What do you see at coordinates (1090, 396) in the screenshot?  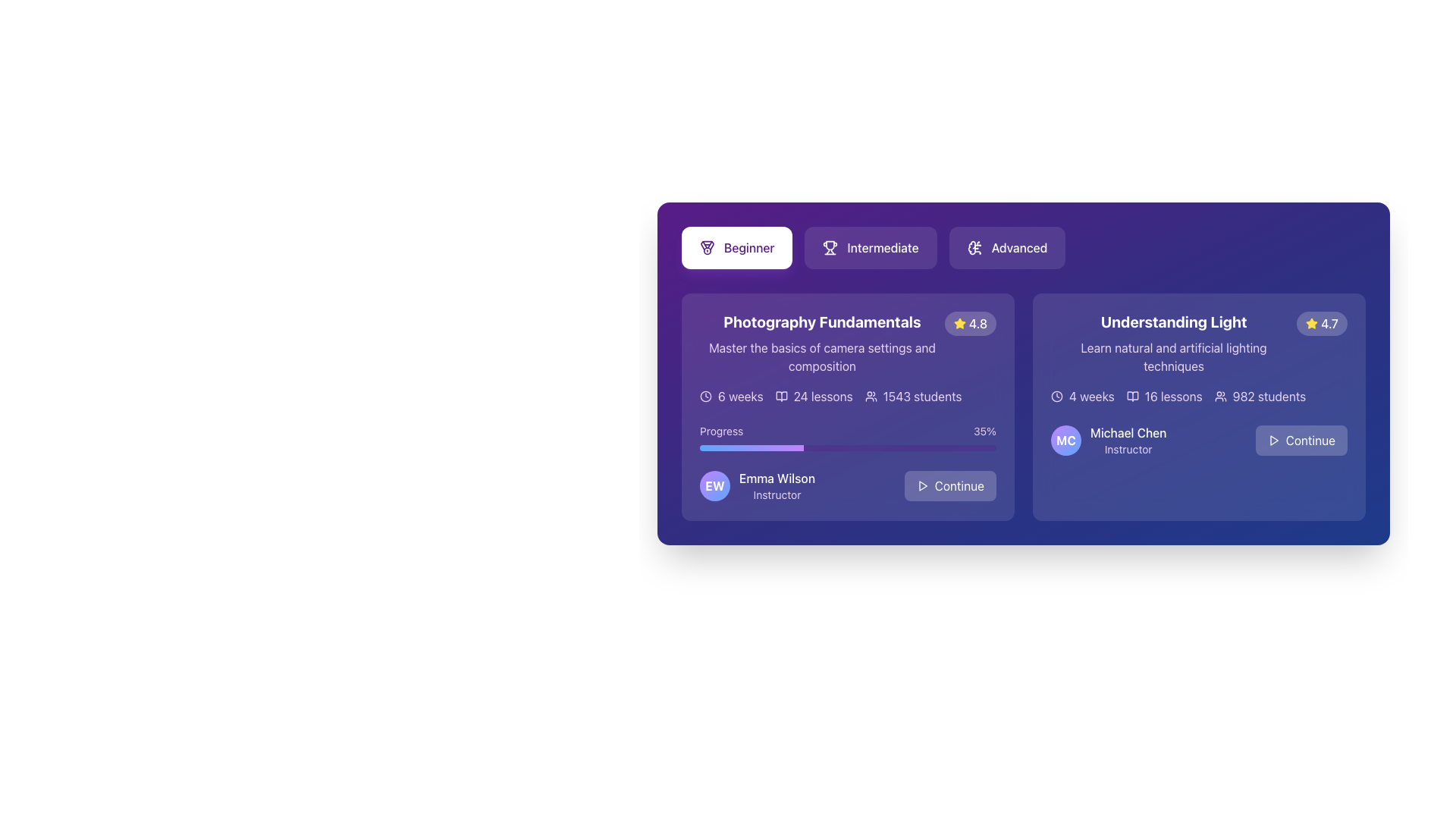 I see `information displayed on the Text Label indicating the duration of the course located in the 'Understanding Light' section of the second course card, positioned to the right of the interface with a clock icon to its left` at bounding box center [1090, 396].